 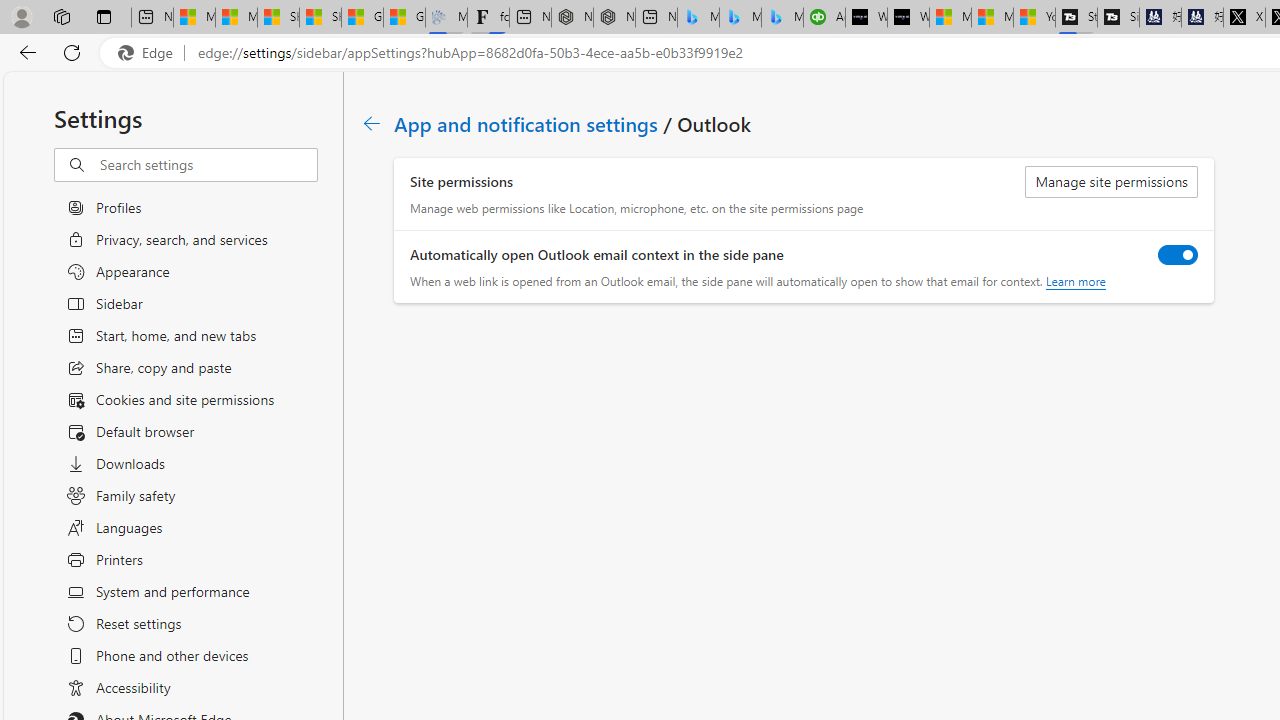 What do you see at coordinates (1178, 253) in the screenshot?
I see `'Automatically open Outlook email context in the side pane'` at bounding box center [1178, 253].